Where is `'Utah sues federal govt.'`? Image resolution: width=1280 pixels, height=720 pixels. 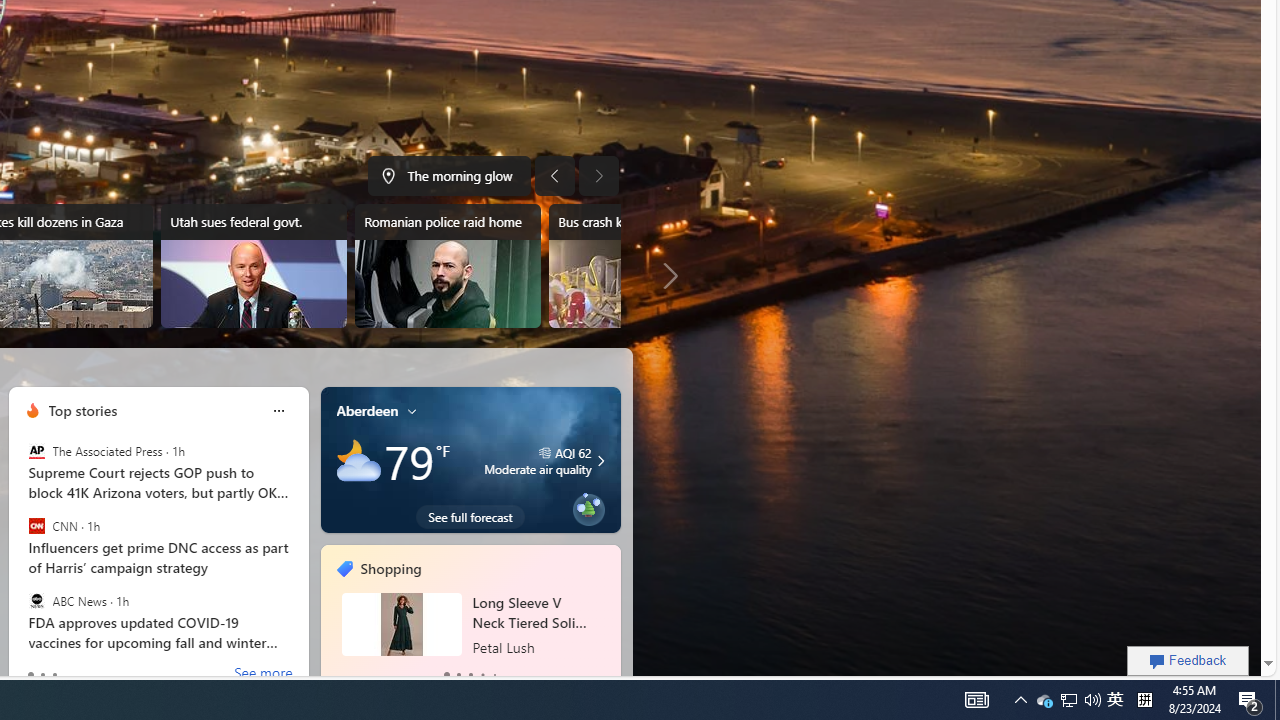
'Utah sues federal govt.' is located at coordinates (252, 265).